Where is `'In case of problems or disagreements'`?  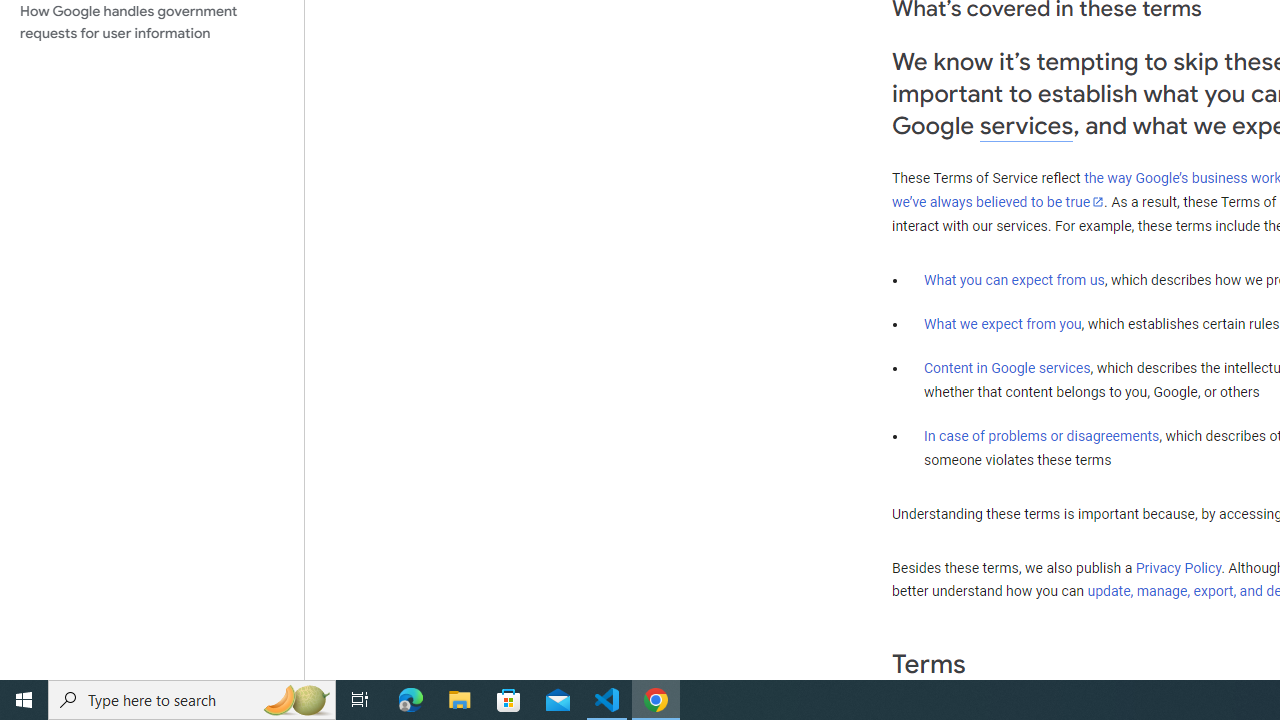 'In case of problems or disagreements' is located at coordinates (1040, 434).